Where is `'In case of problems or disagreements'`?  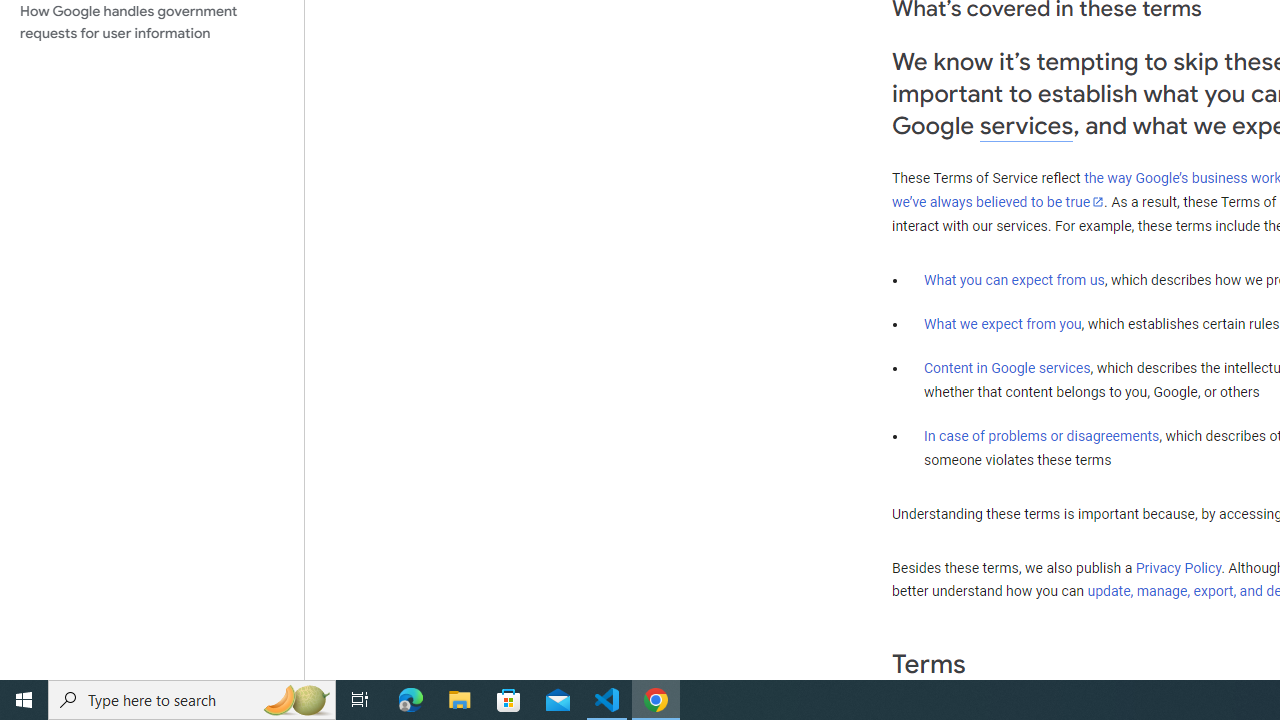 'In case of problems or disagreements' is located at coordinates (1040, 434).